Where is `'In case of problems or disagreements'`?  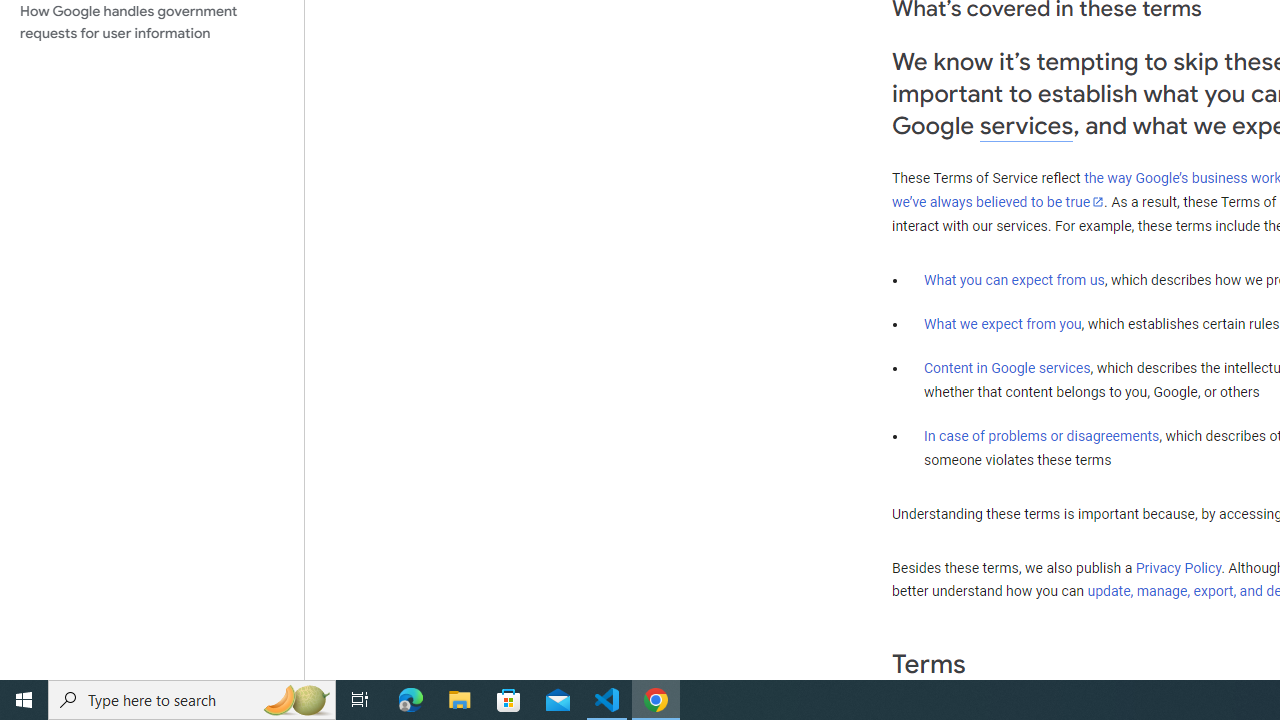 'In case of problems or disagreements' is located at coordinates (1040, 434).